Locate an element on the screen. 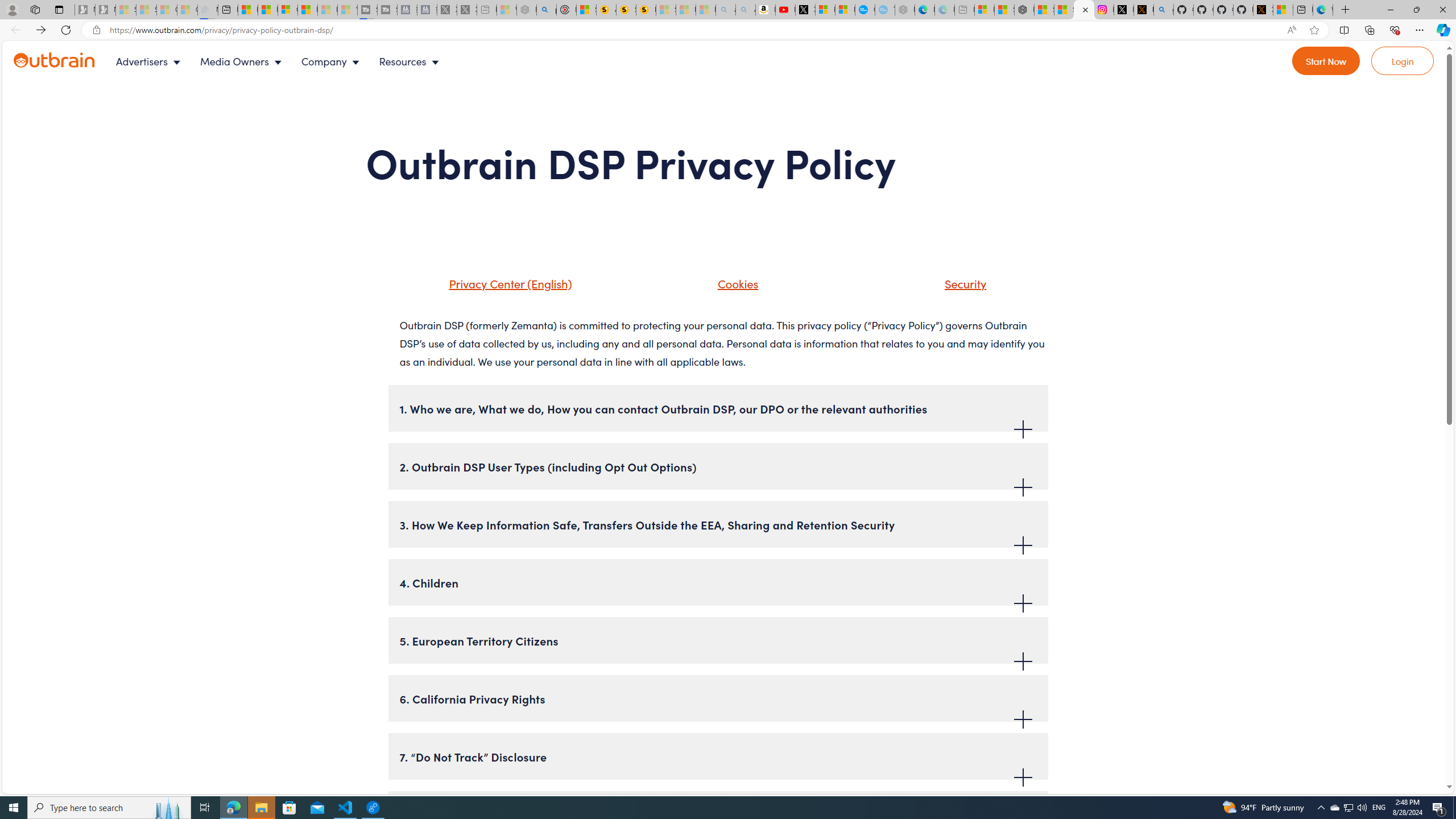 Image resolution: width=1456 pixels, height=819 pixels. 'Log in to X / X' is located at coordinates (1124, 9).